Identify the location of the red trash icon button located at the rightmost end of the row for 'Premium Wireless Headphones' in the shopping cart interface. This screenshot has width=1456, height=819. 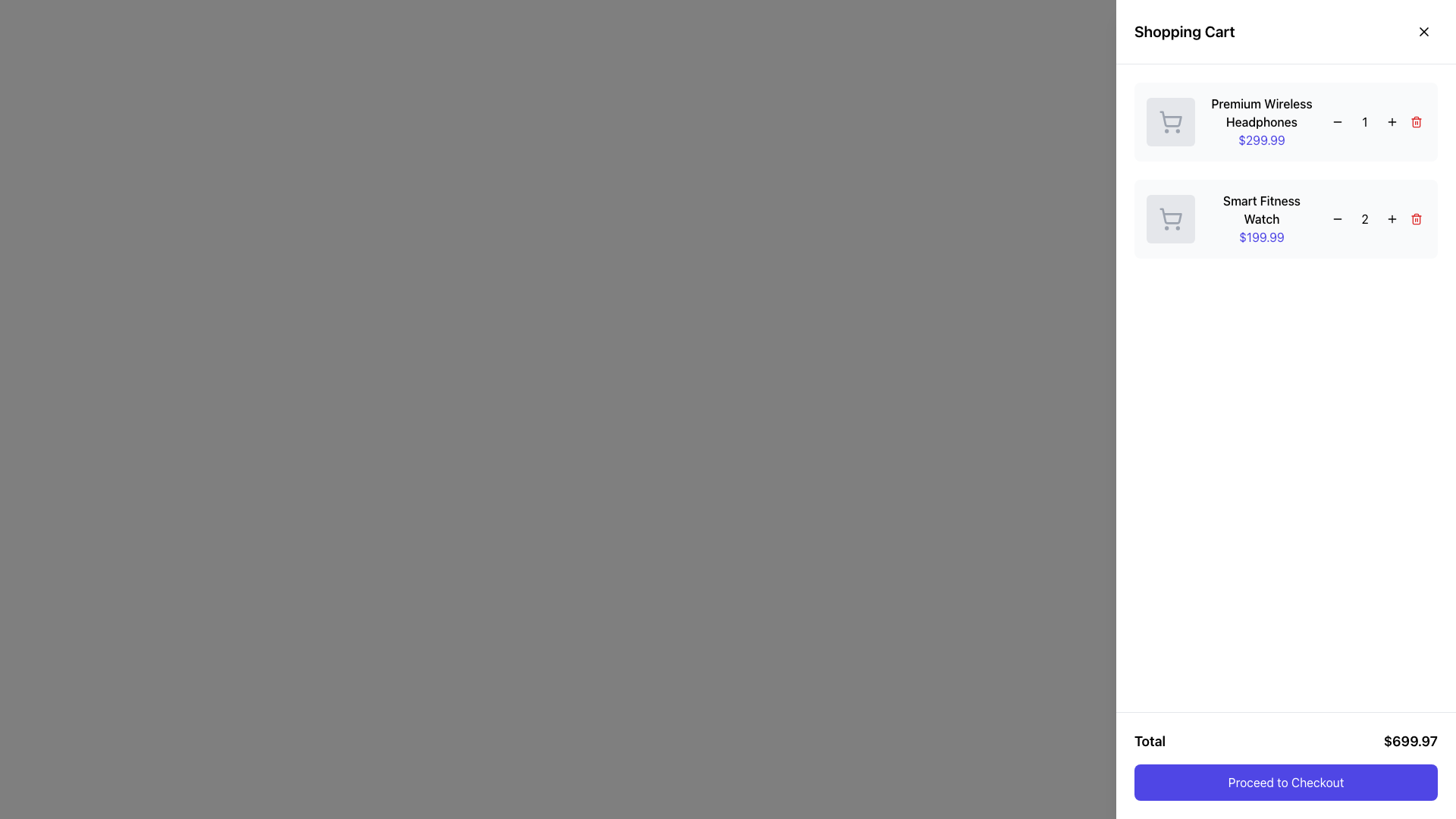
(1415, 121).